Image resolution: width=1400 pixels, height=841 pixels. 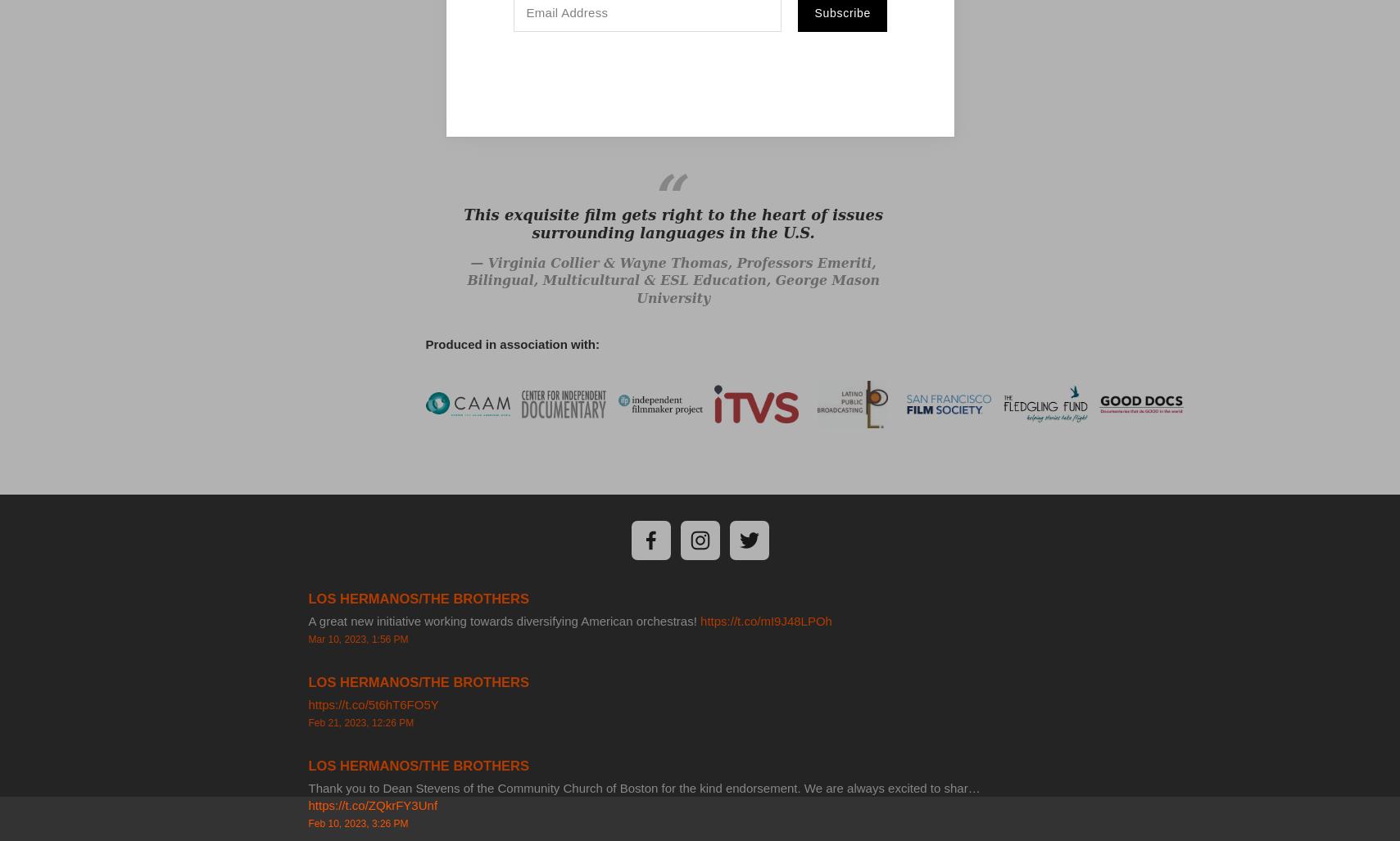 I want to click on 'Produced in association with:', so click(x=424, y=342).